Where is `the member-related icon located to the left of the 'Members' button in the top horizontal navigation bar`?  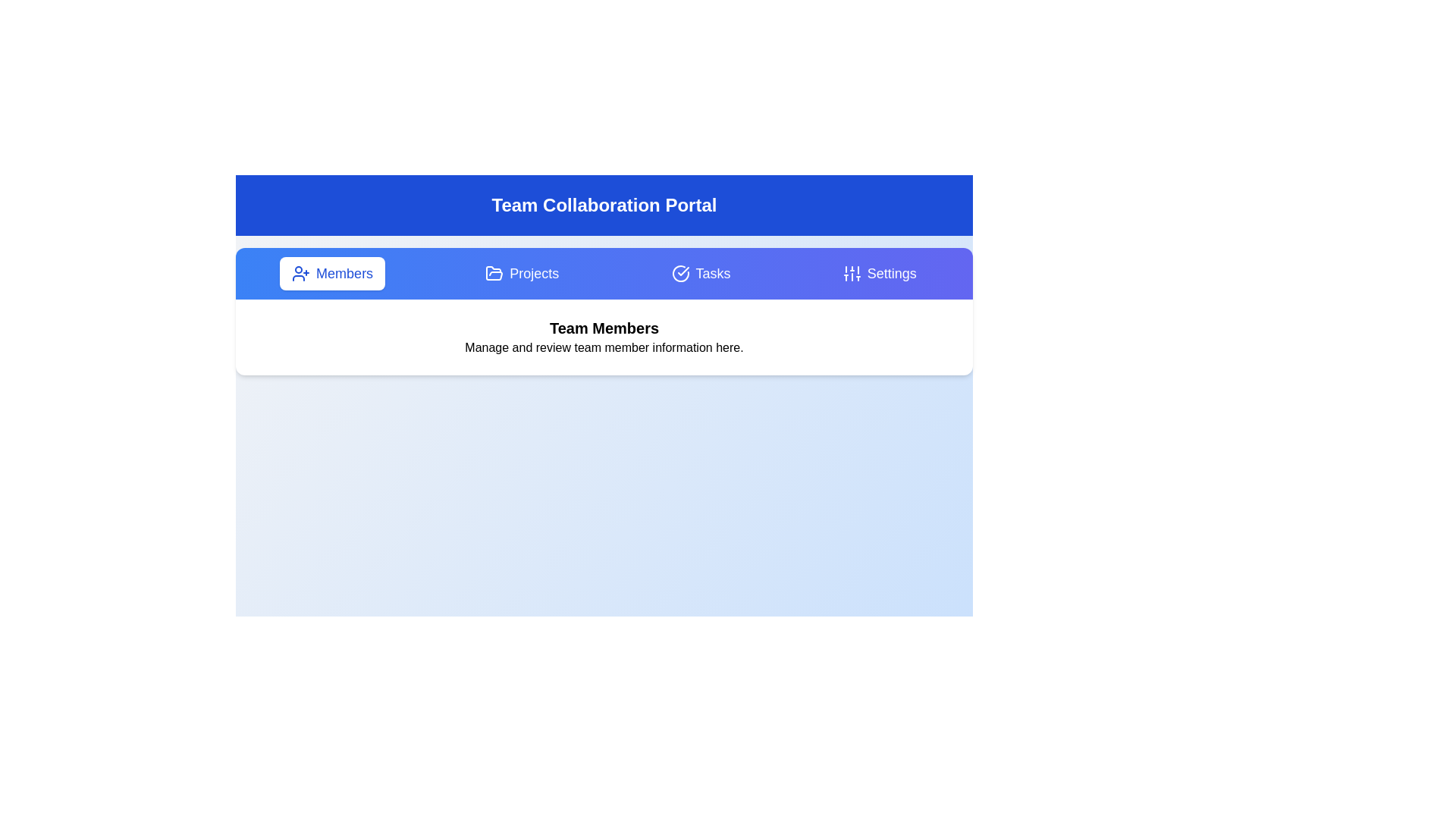 the member-related icon located to the left of the 'Members' button in the top horizontal navigation bar is located at coordinates (301, 274).